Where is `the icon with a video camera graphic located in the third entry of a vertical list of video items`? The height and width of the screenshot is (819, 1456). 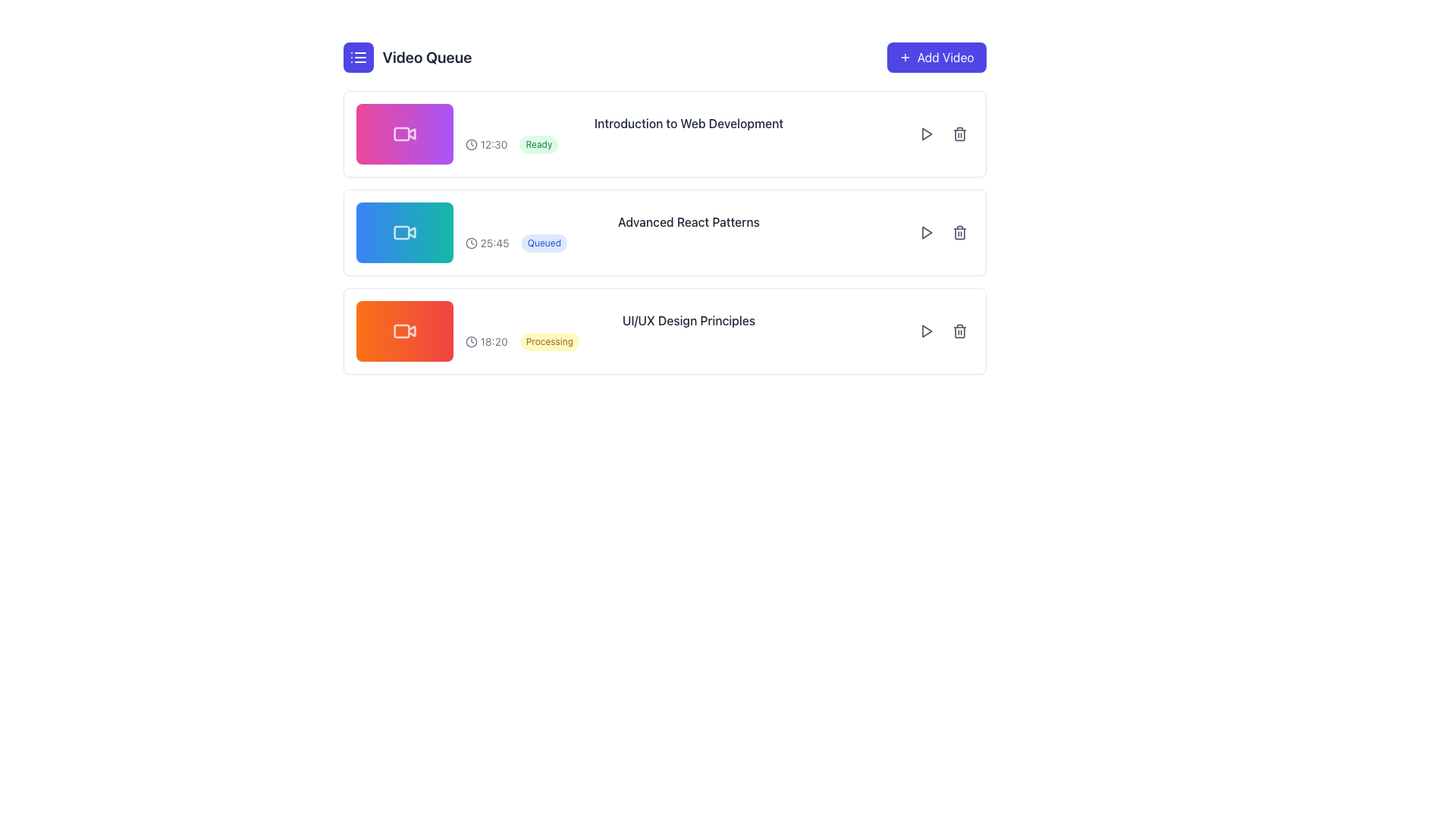
the icon with a video camera graphic located in the third entry of a vertical list of video items is located at coordinates (401, 330).